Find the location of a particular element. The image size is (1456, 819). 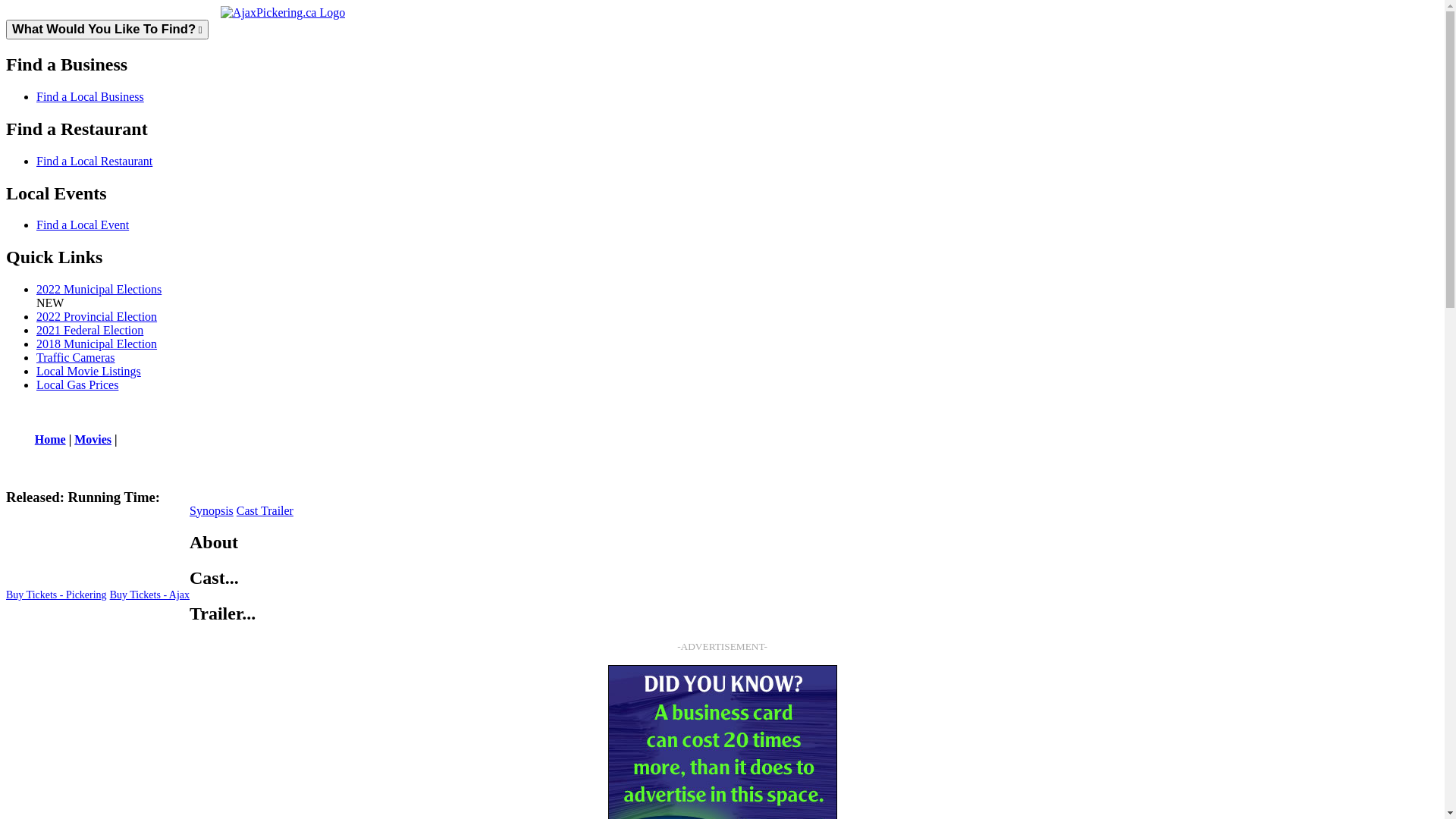

'Trailer' is located at coordinates (261, 510).